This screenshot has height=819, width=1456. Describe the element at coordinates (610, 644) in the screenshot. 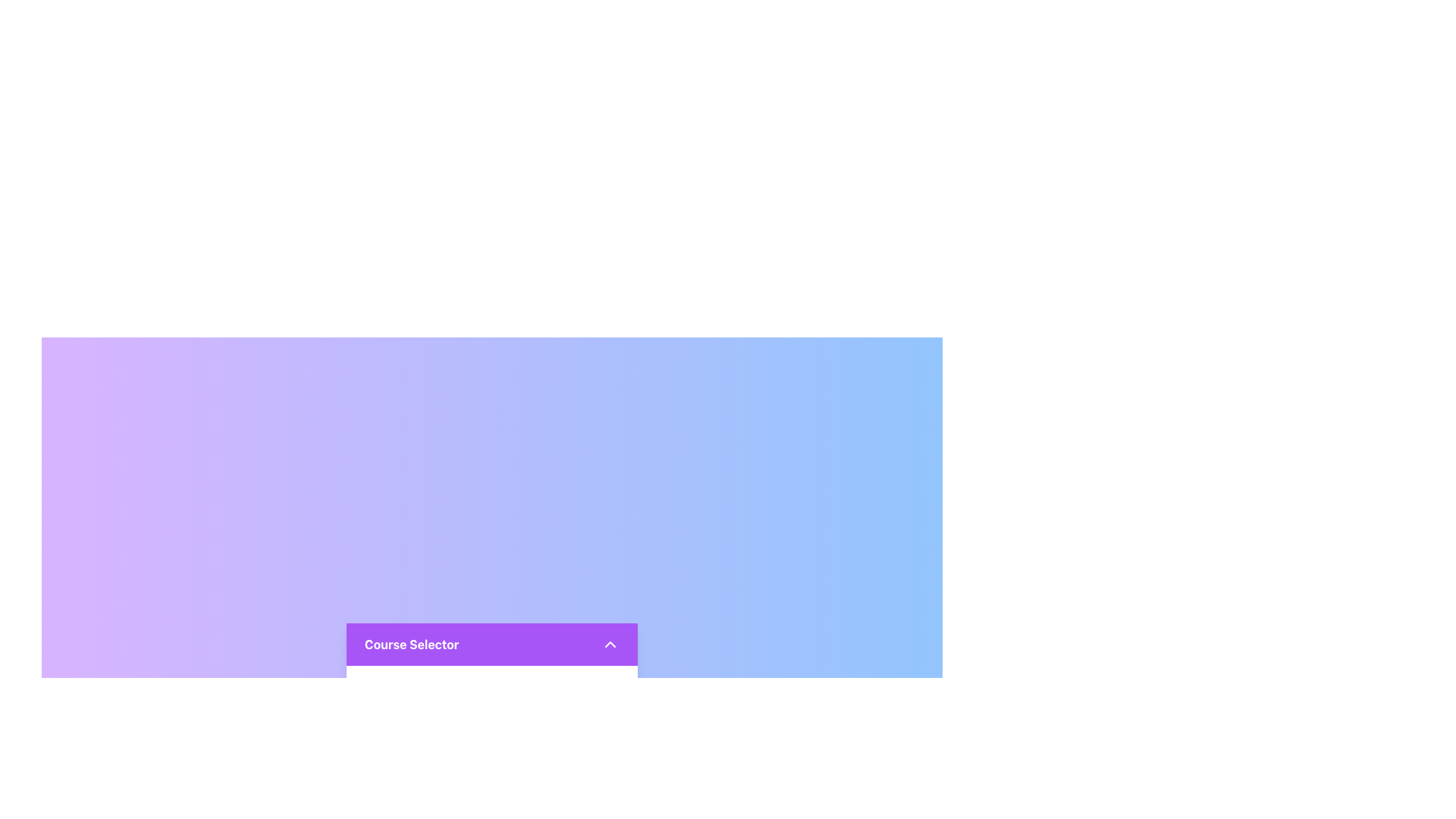

I see `the small downward-facing chevron icon on the far right edge of the 'Course Selector' bar, which is white on a vibrant purple background` at that location.